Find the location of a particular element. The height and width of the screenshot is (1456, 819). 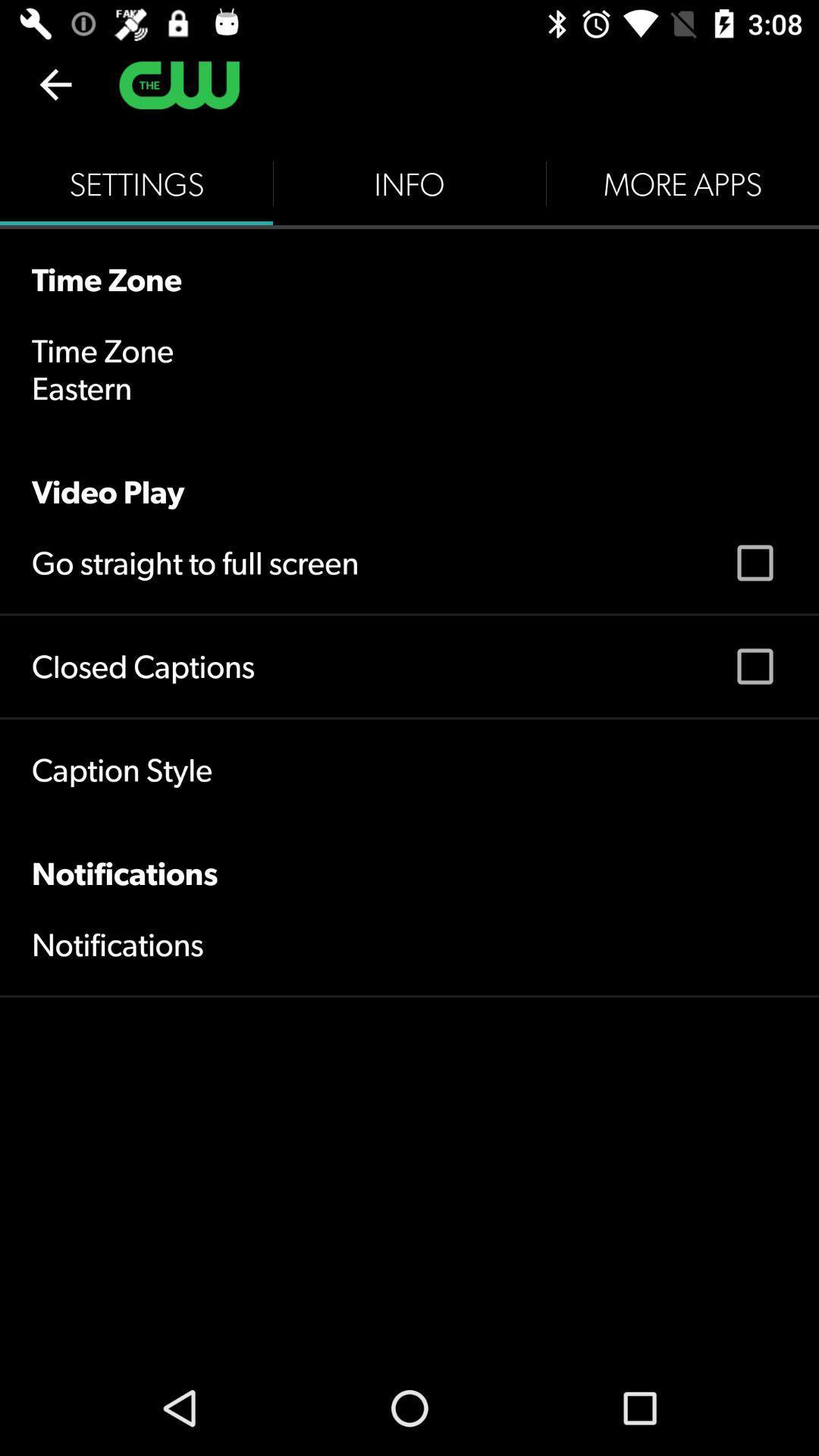

the item to the left of info icon is located at coordinates (136, 184).